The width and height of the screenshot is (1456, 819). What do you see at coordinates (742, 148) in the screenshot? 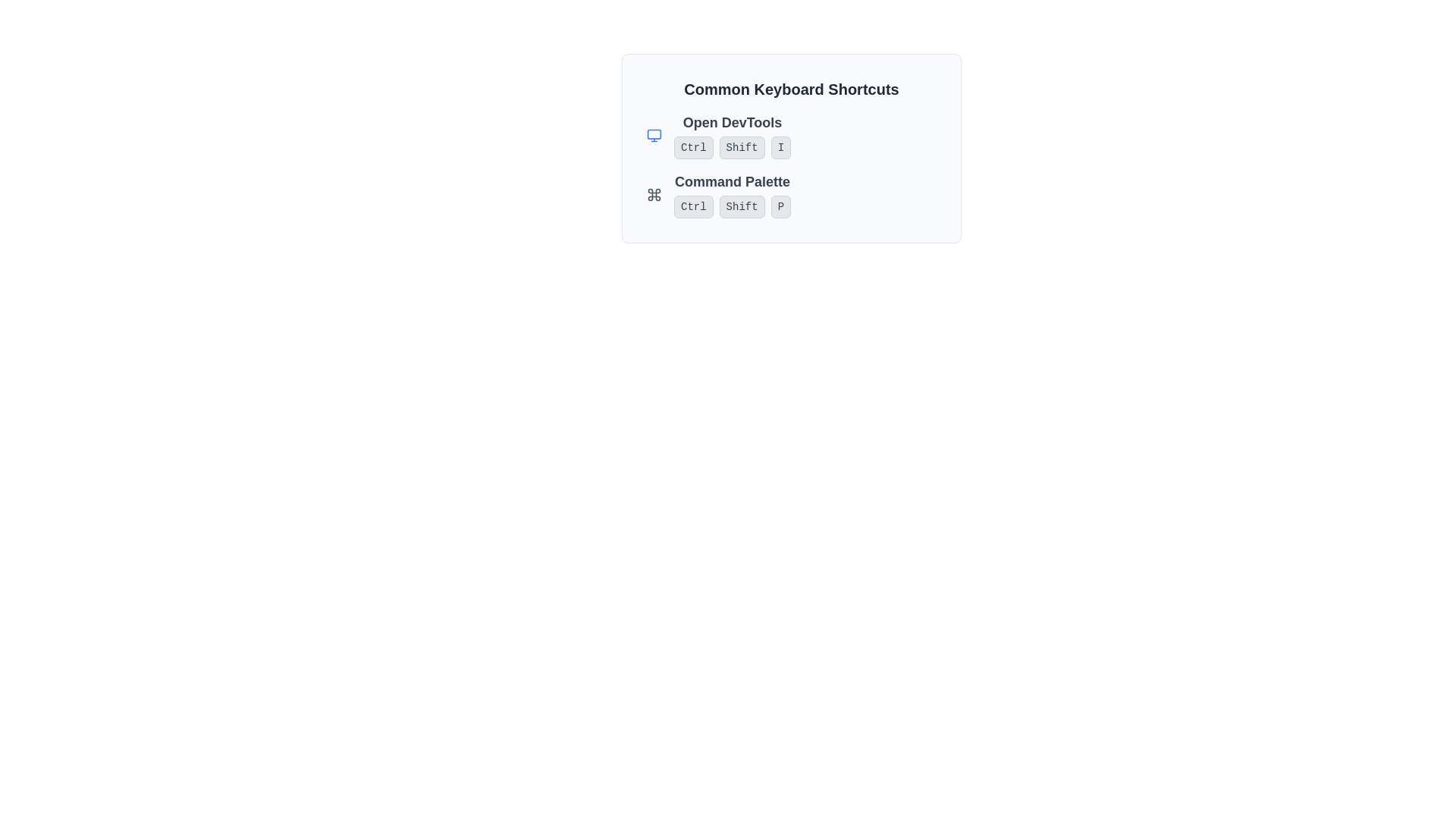
I see `the 'Shift' button styled text element, which is located between the 'Ctrl' and 'I' elements in the 'Open DevTools' section under 'Common Keyboard Shortcuts'` at bounding box center [742, 148].